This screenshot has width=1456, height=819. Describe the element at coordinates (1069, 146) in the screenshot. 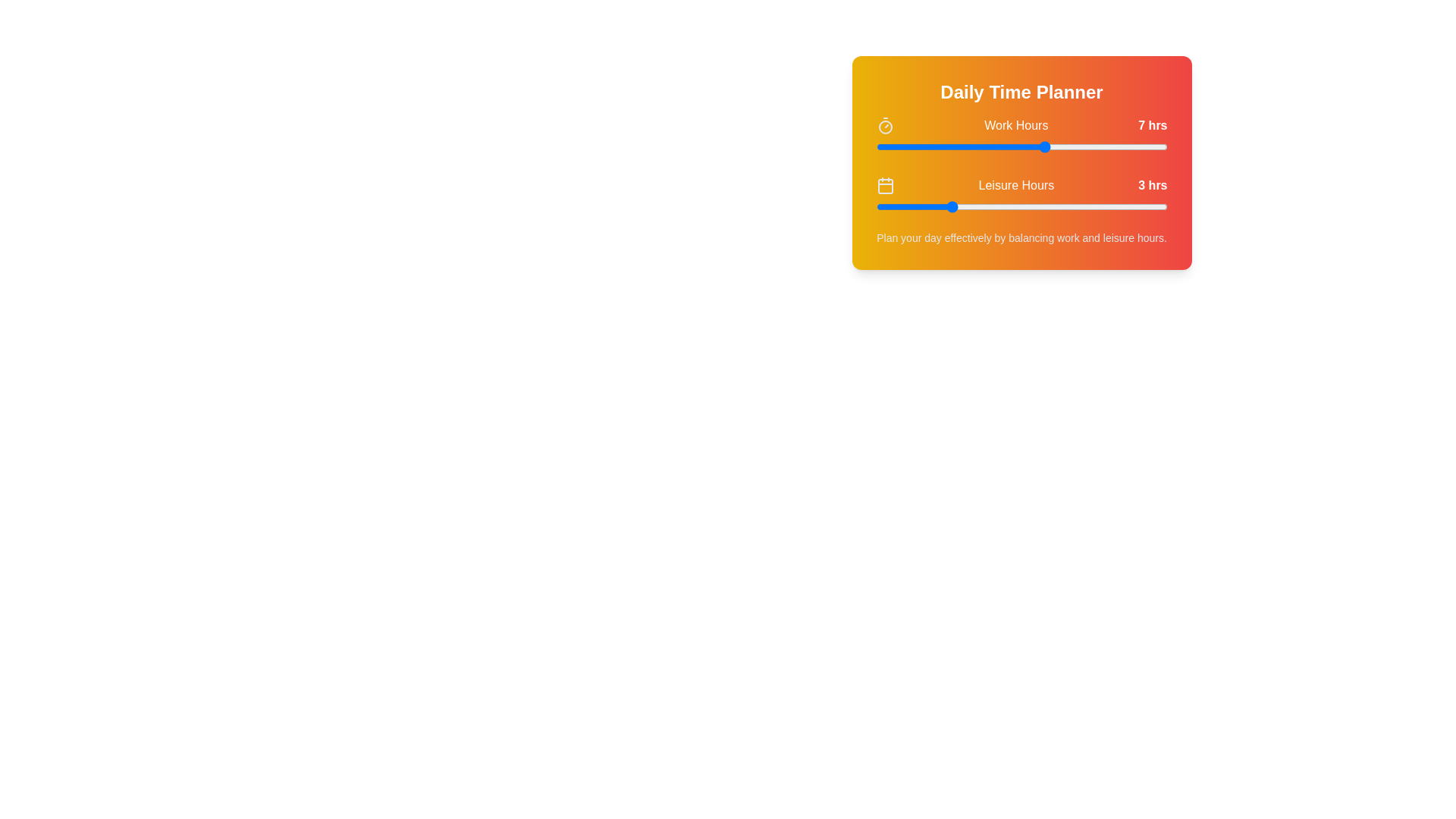

I see `work hours` at that location.